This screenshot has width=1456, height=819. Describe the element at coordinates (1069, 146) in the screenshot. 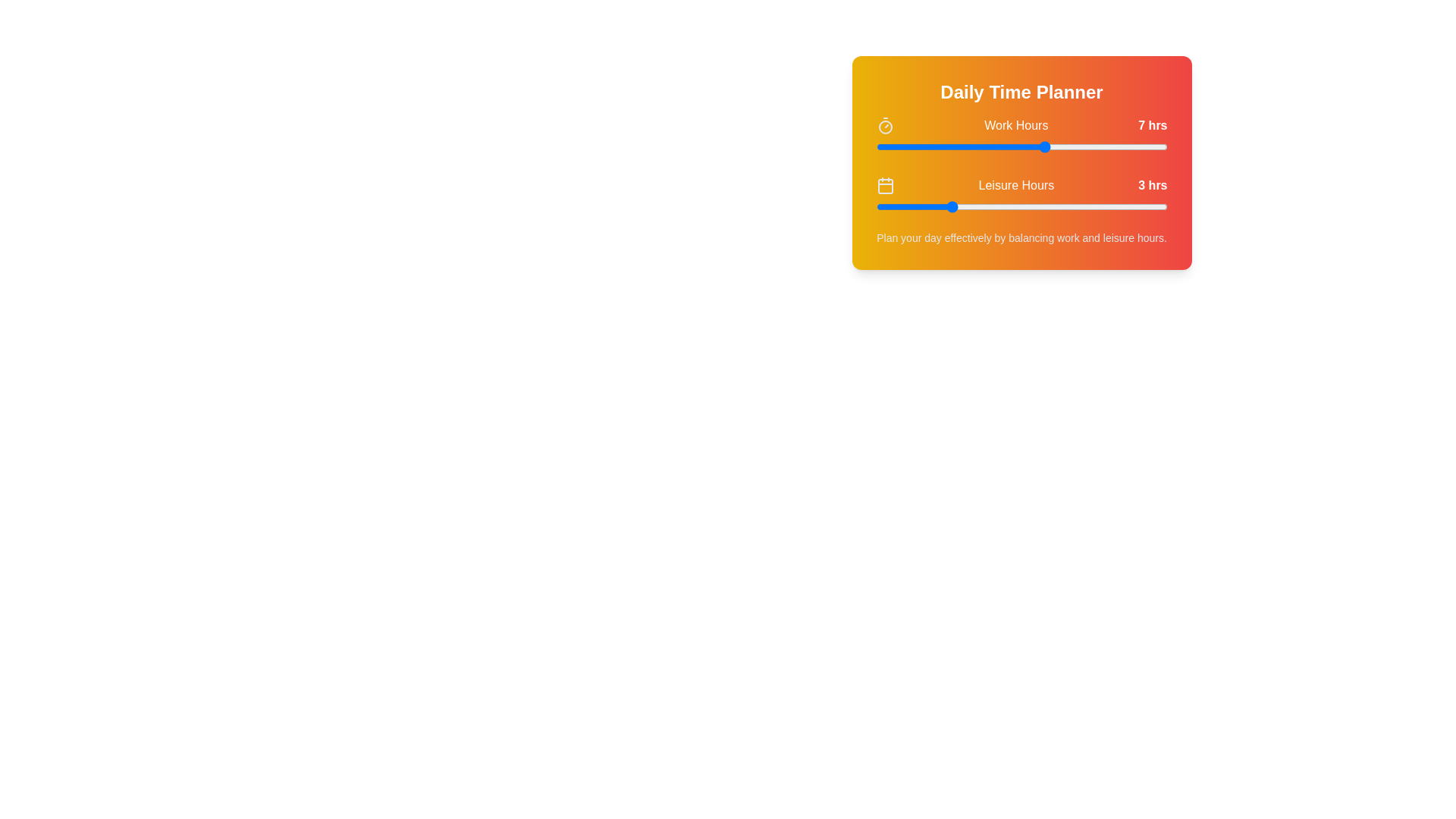

I see `work hours` at that location.